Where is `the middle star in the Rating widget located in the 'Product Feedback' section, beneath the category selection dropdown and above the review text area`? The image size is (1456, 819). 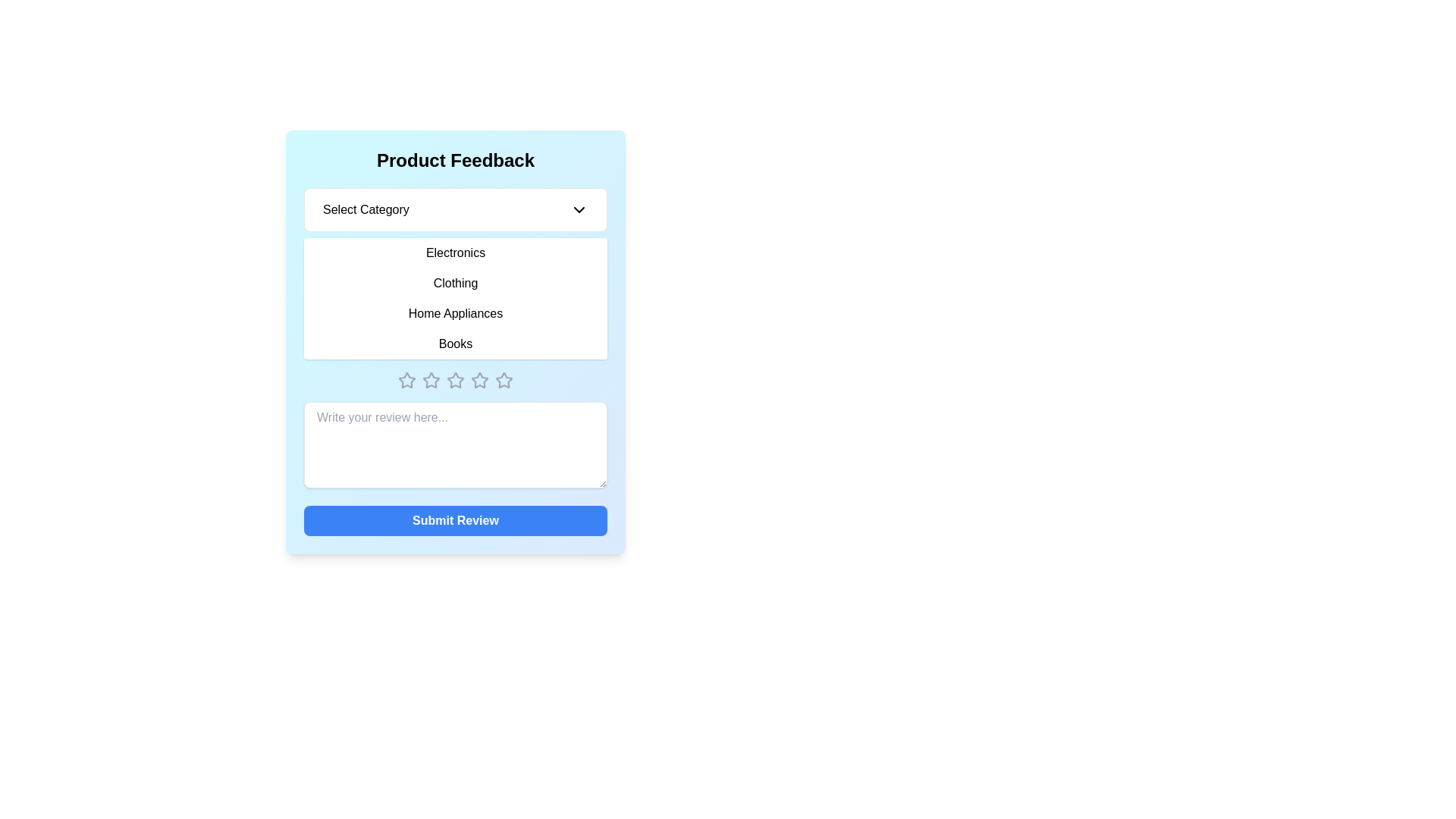
the middle star in the Rating widget located in the 'Product Feedback' section, beneath the category selection dropdown and above the review text area is located at coordinates (454, 379).